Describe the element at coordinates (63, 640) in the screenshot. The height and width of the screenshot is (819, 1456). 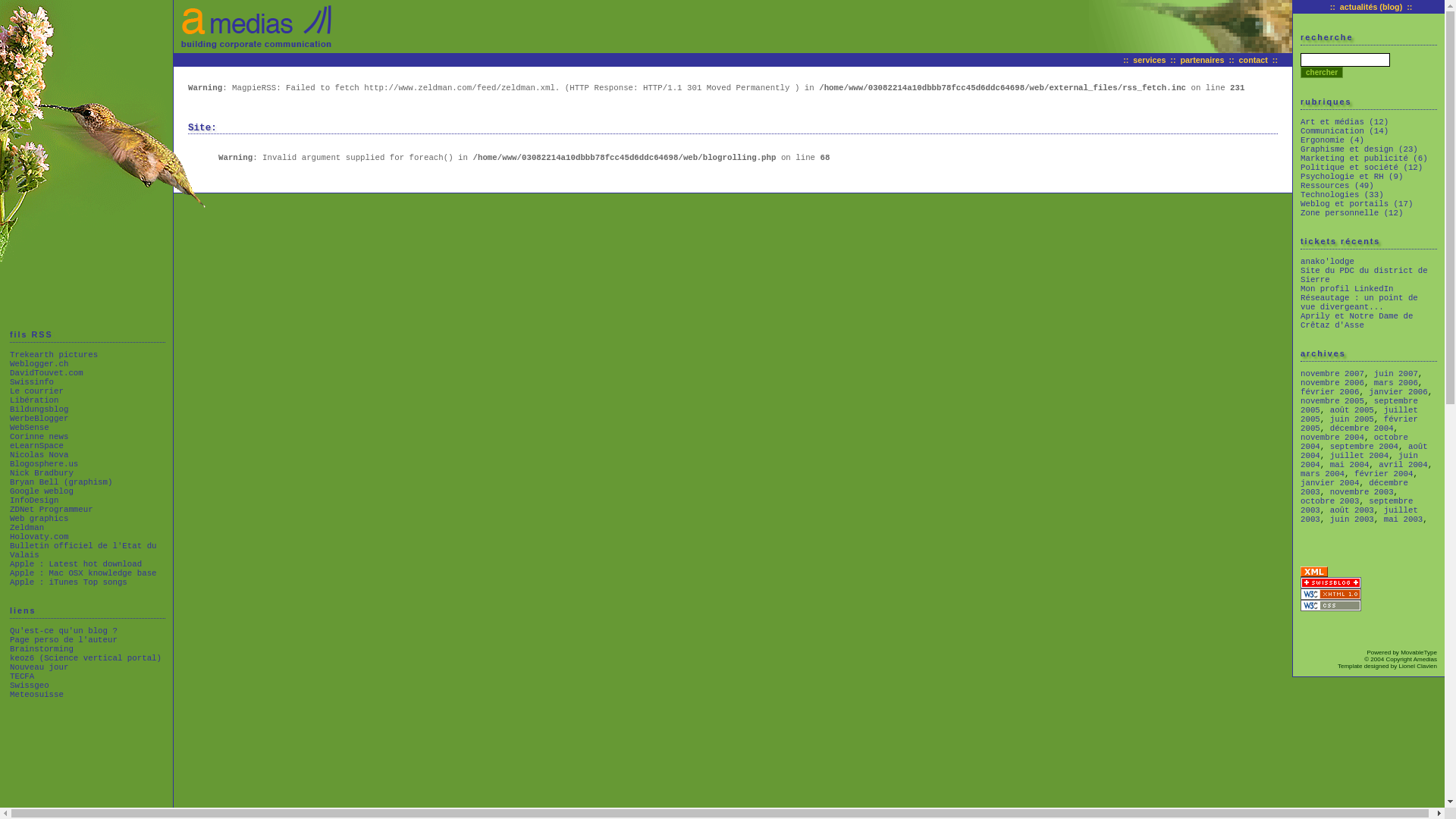
I see `'Page perso de l'auteur'` at that location.